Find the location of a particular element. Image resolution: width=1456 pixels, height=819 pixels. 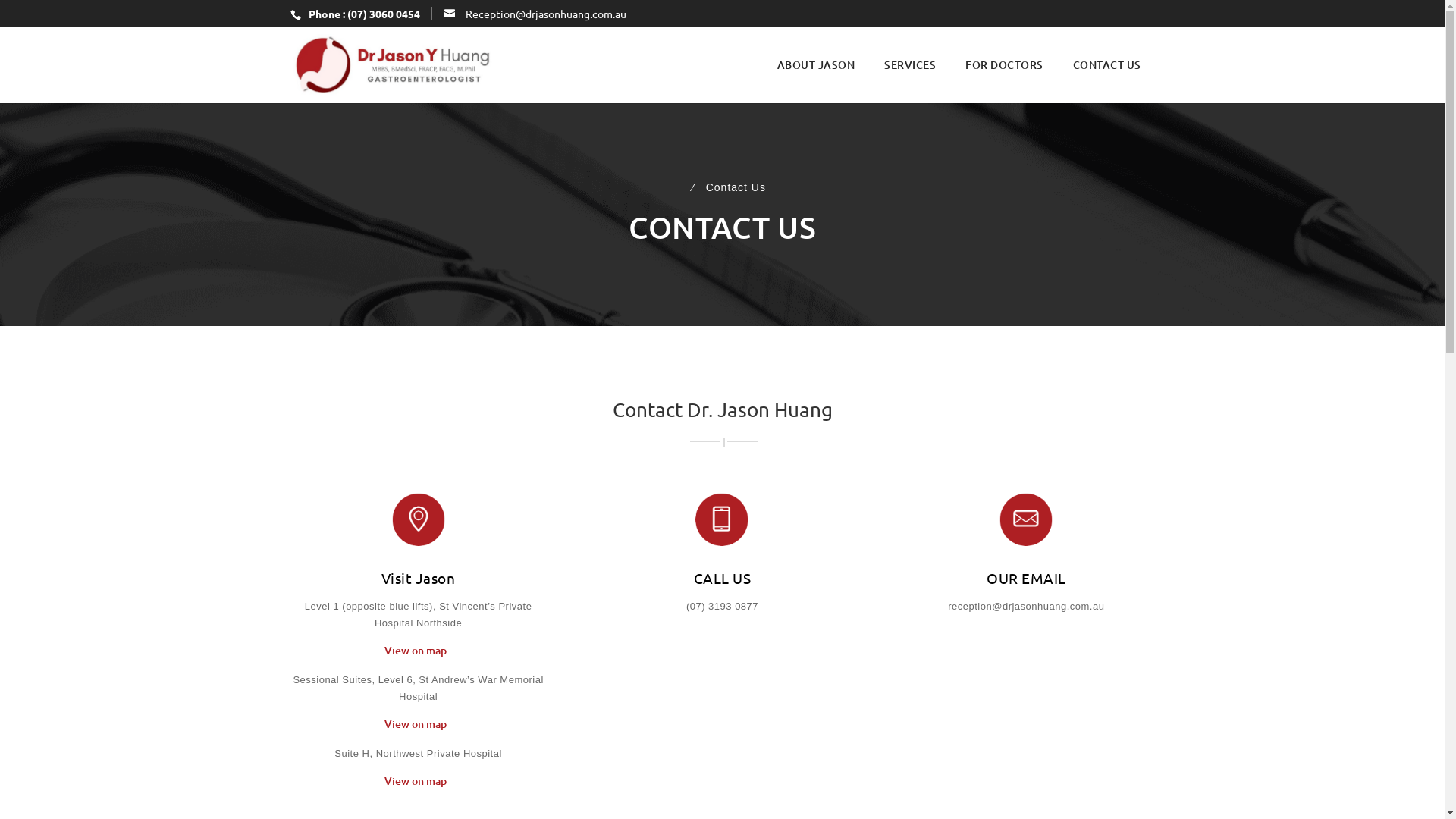

'View on map' is located at coordinates (418, 656).